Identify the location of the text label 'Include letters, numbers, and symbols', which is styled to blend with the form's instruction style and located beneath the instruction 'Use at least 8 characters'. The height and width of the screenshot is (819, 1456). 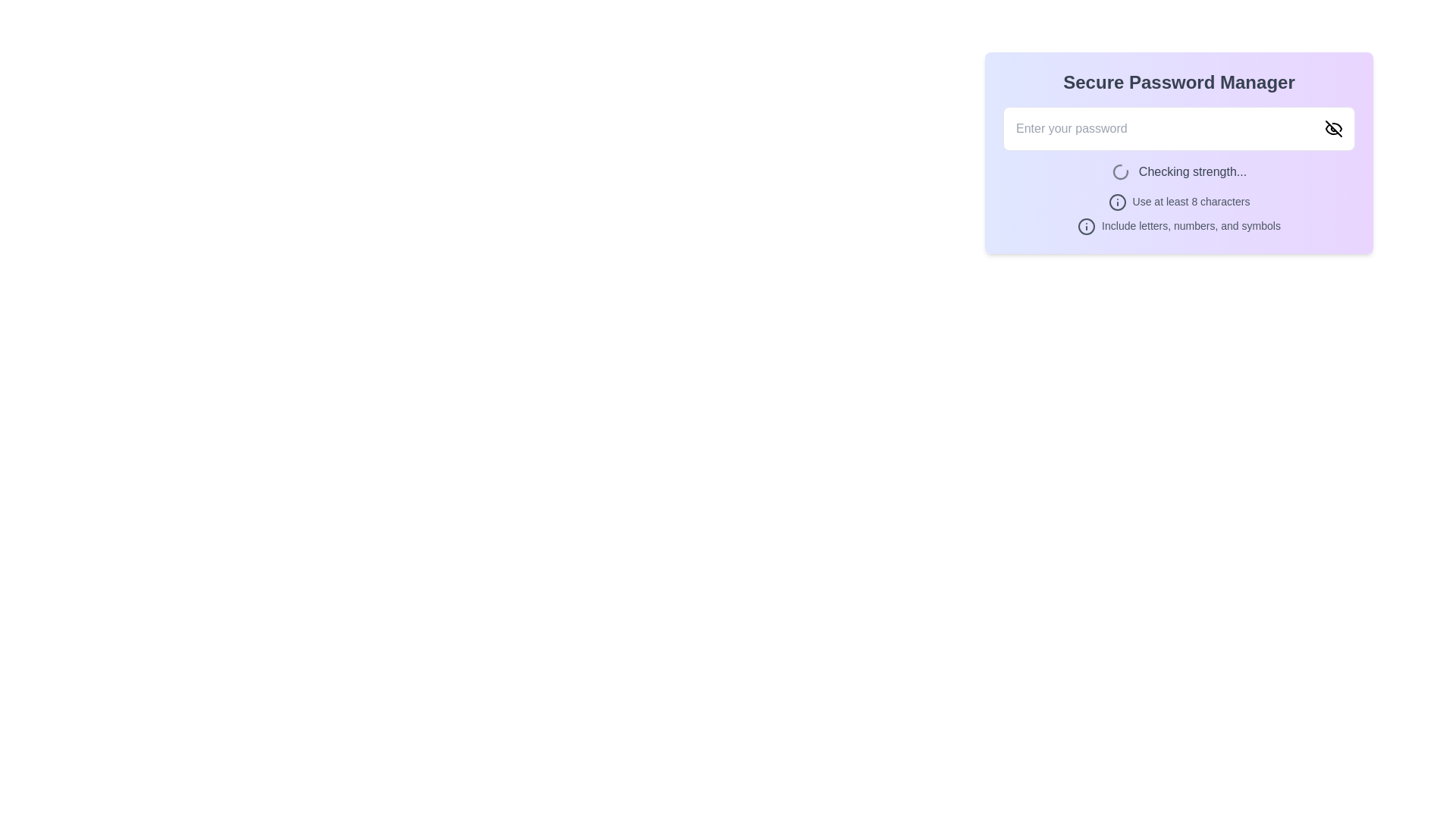
(1178, 227).